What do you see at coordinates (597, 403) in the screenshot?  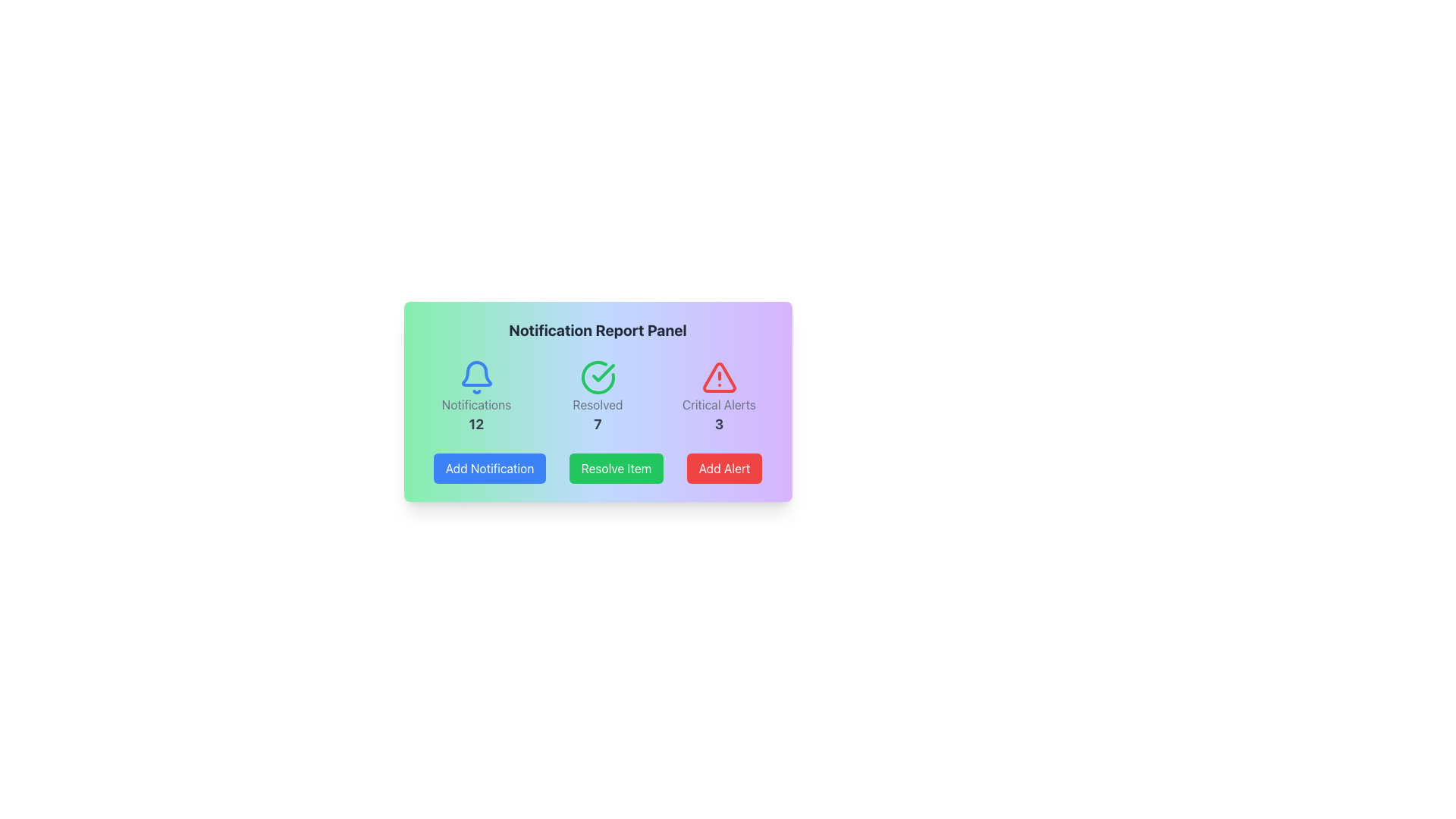 I see `the Text Label that describes the count of resolved items, which is located between a green checkmark icon and the number '7' in the middle section of a horizontally aligned panel` at bounding box center [597, 403].